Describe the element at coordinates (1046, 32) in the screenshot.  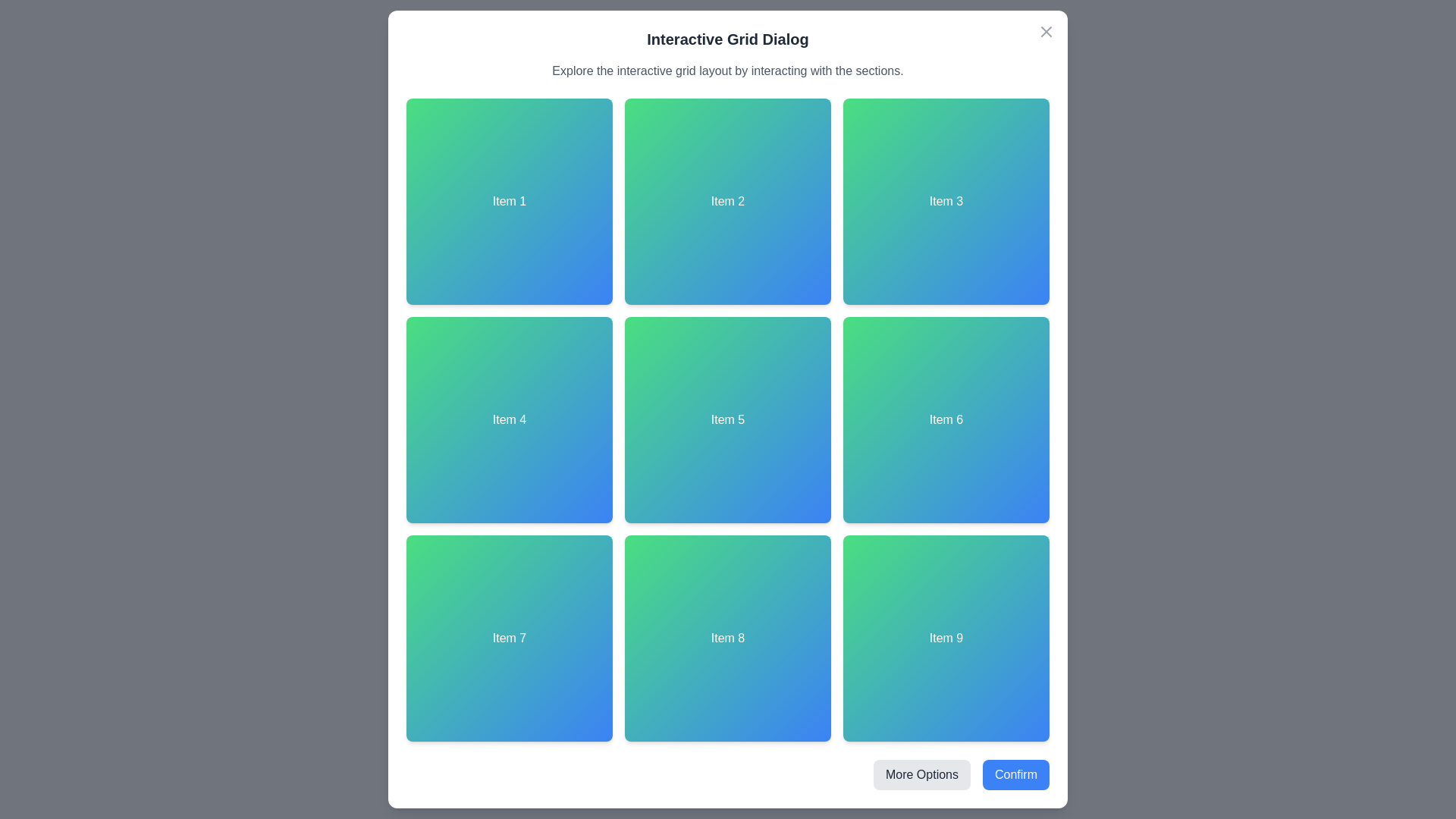
I see `close button in the top-right corner of the dialog to close it` at that location.